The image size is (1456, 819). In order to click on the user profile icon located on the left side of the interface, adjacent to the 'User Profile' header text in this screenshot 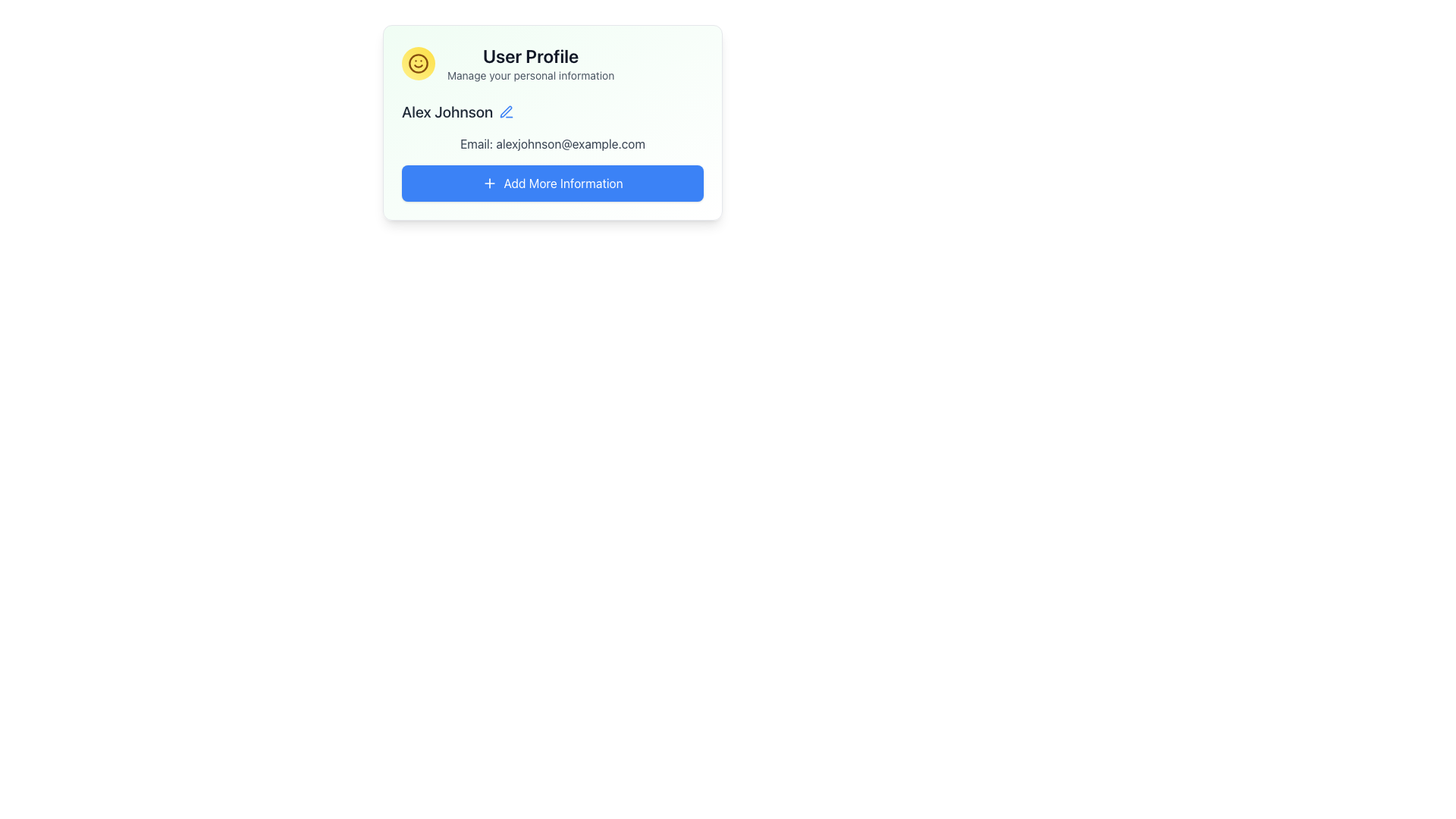, I will do `click(419, 63)`.